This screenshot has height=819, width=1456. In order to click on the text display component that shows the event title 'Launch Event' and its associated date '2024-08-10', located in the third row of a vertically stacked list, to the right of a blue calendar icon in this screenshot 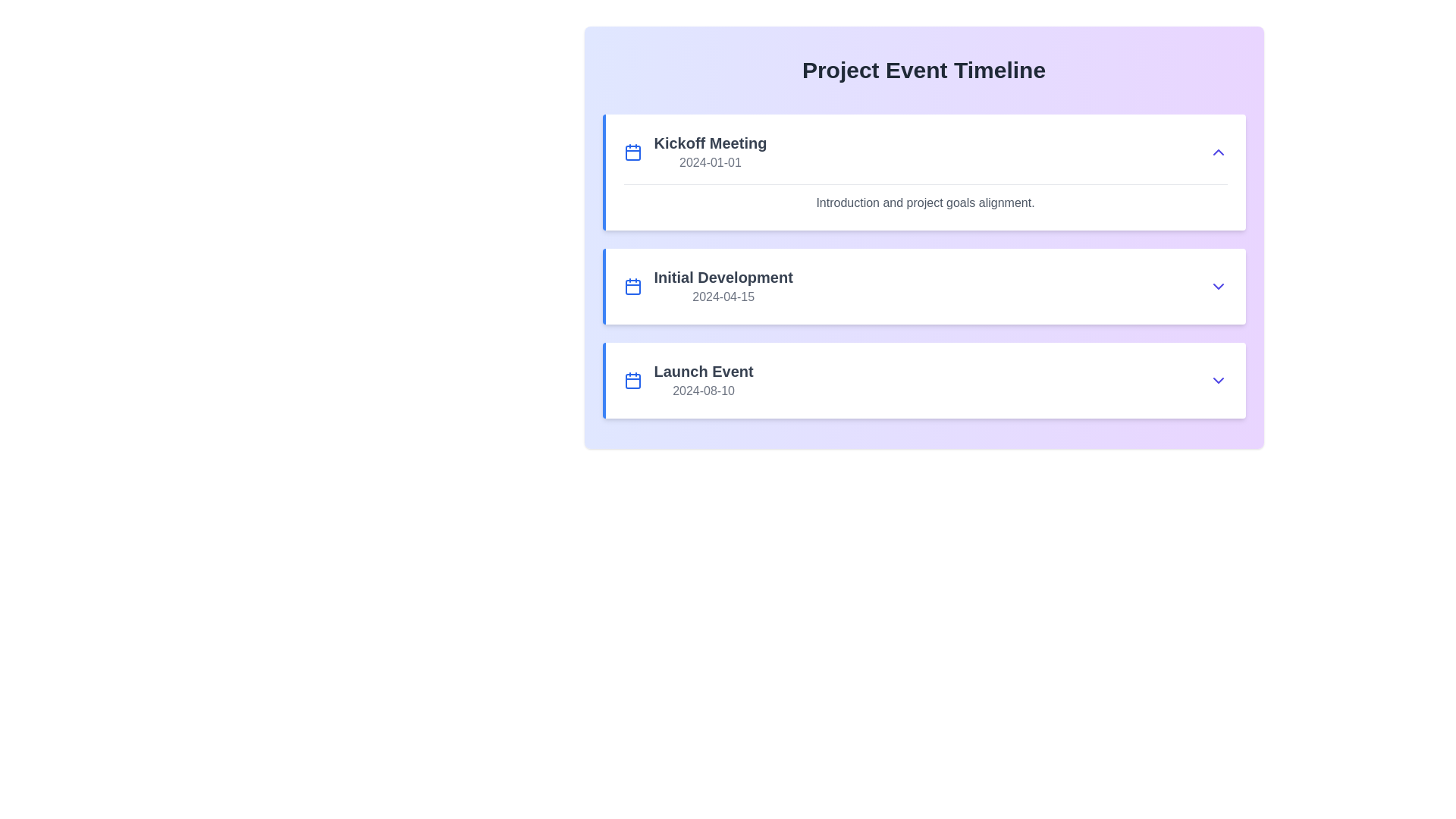, I will do `click(703, 379)`.